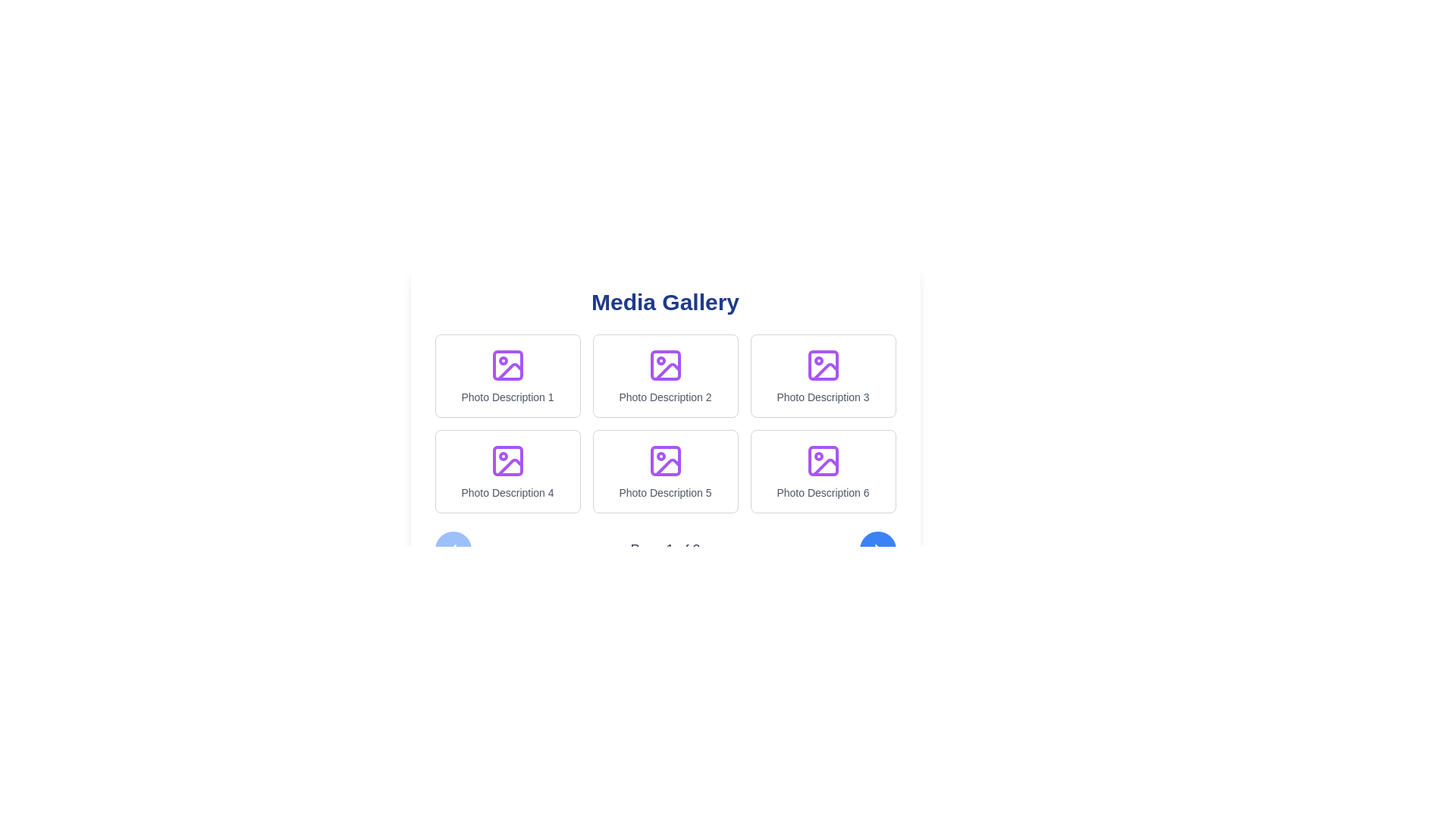 The height and width of the screenshot is (819, 1456). What do you see at coordinates (452, 550) in the screenshot?
I see `the circular button containing a left-pointing chevron icon with a blue background` at bounding box center [452, 550].